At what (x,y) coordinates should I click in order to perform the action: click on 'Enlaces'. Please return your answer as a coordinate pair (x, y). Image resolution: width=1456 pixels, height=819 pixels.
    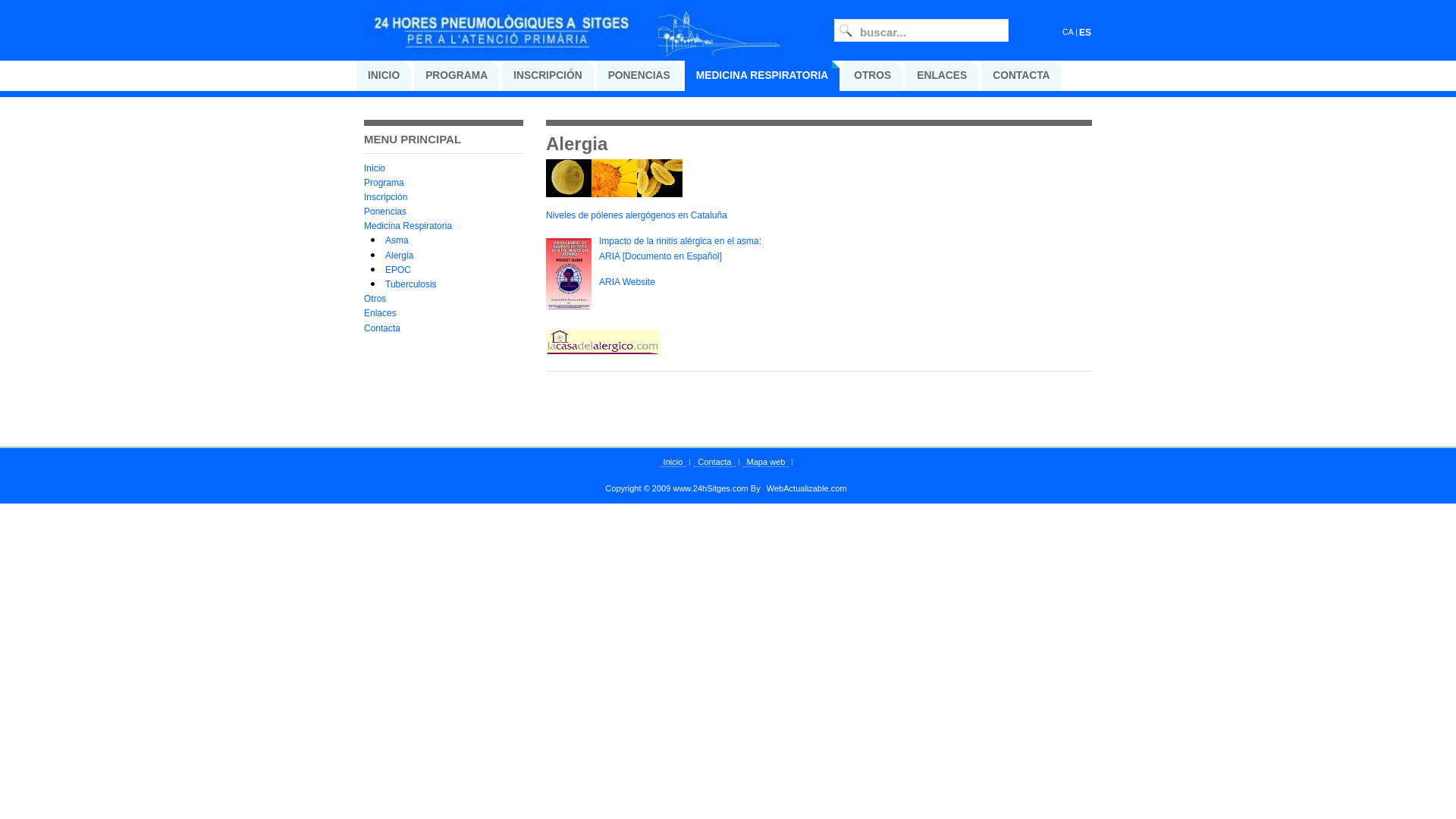
    Looking at the image, I should click on (380, 312).